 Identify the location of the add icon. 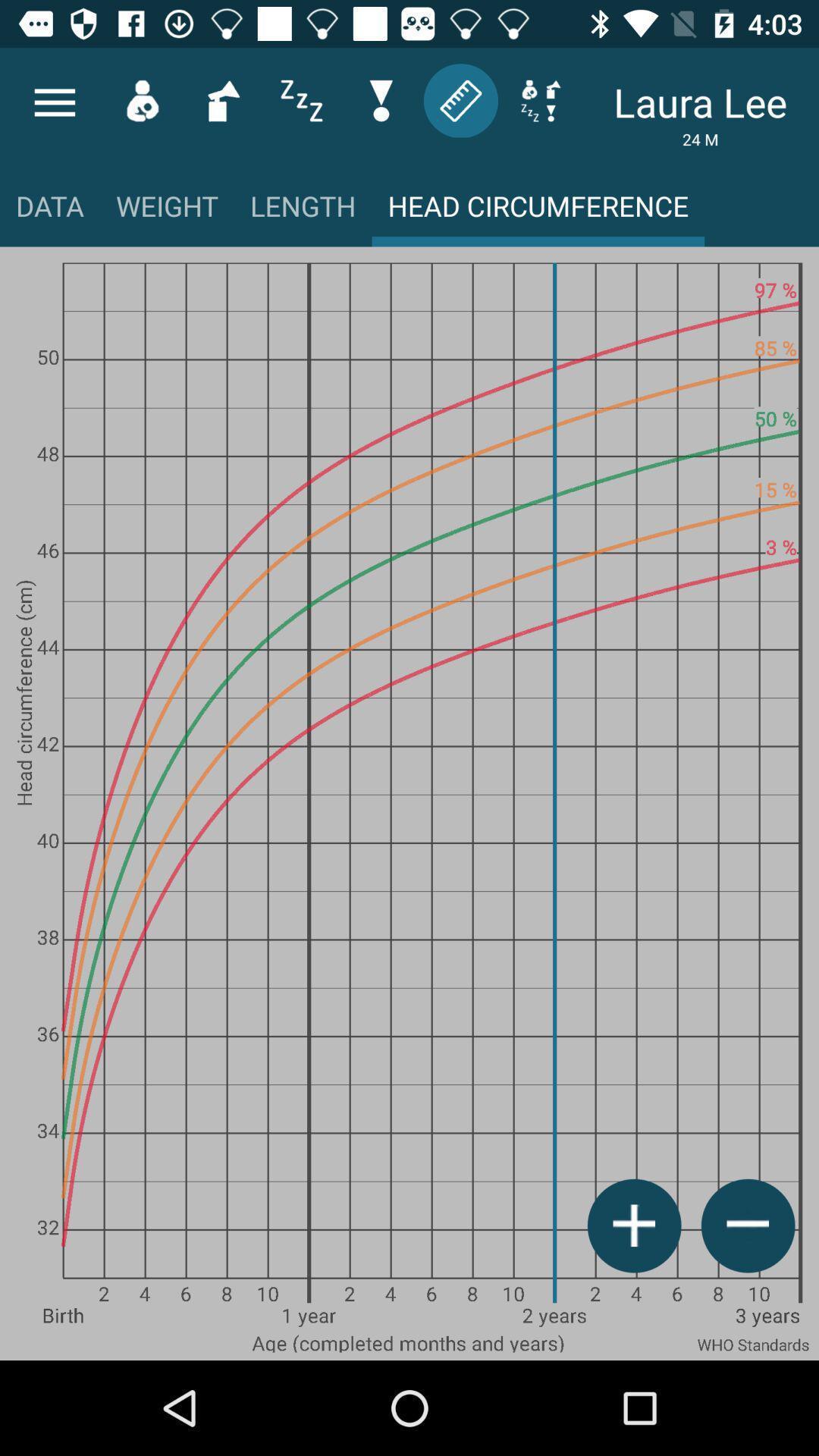
(634, 1225).